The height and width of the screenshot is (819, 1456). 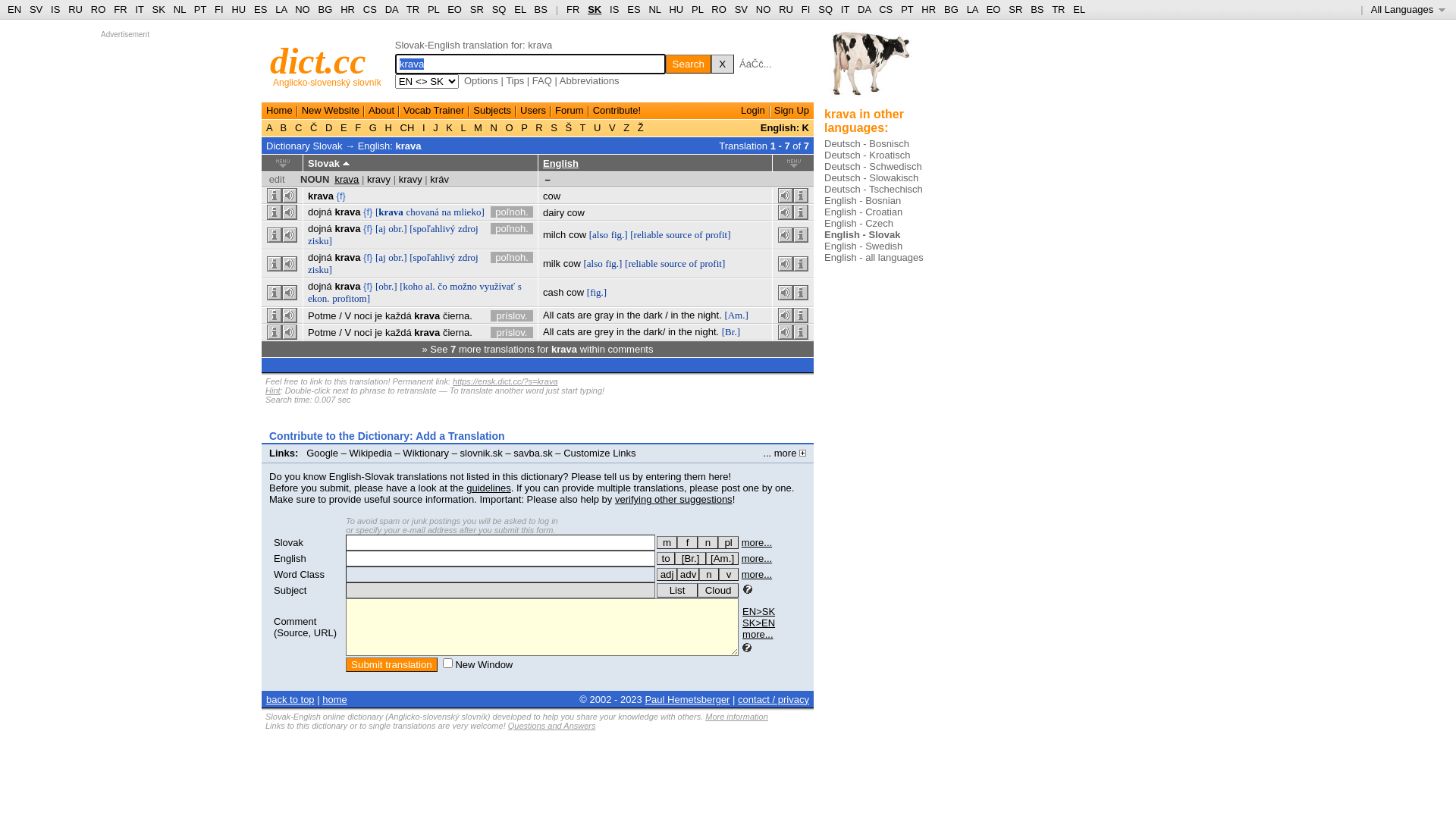 I want to click on 'English', so click(x=290, y=558).